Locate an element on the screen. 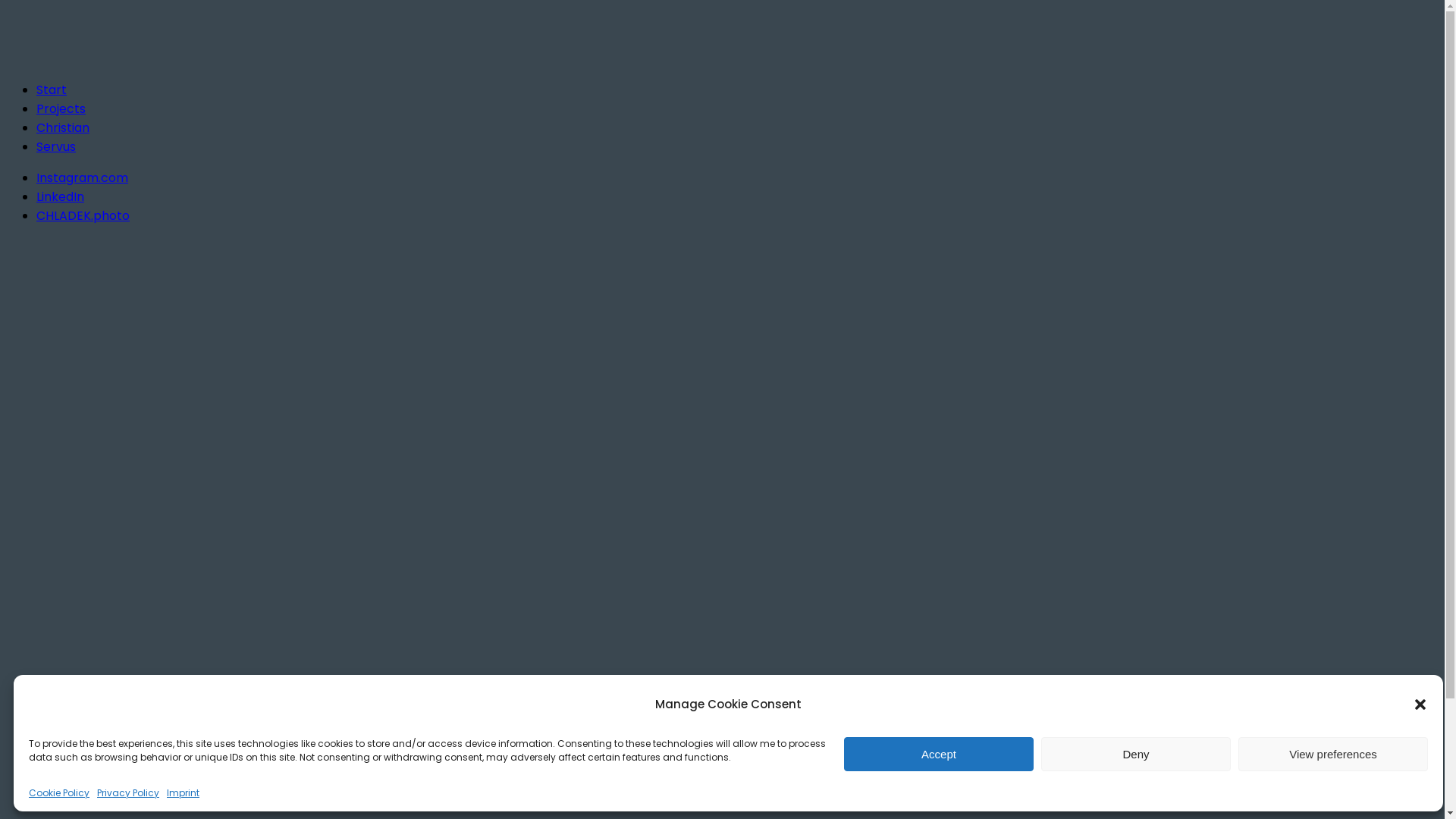 The image size is (1456, 819). 'Christian' is located at coordinates (61, 127).